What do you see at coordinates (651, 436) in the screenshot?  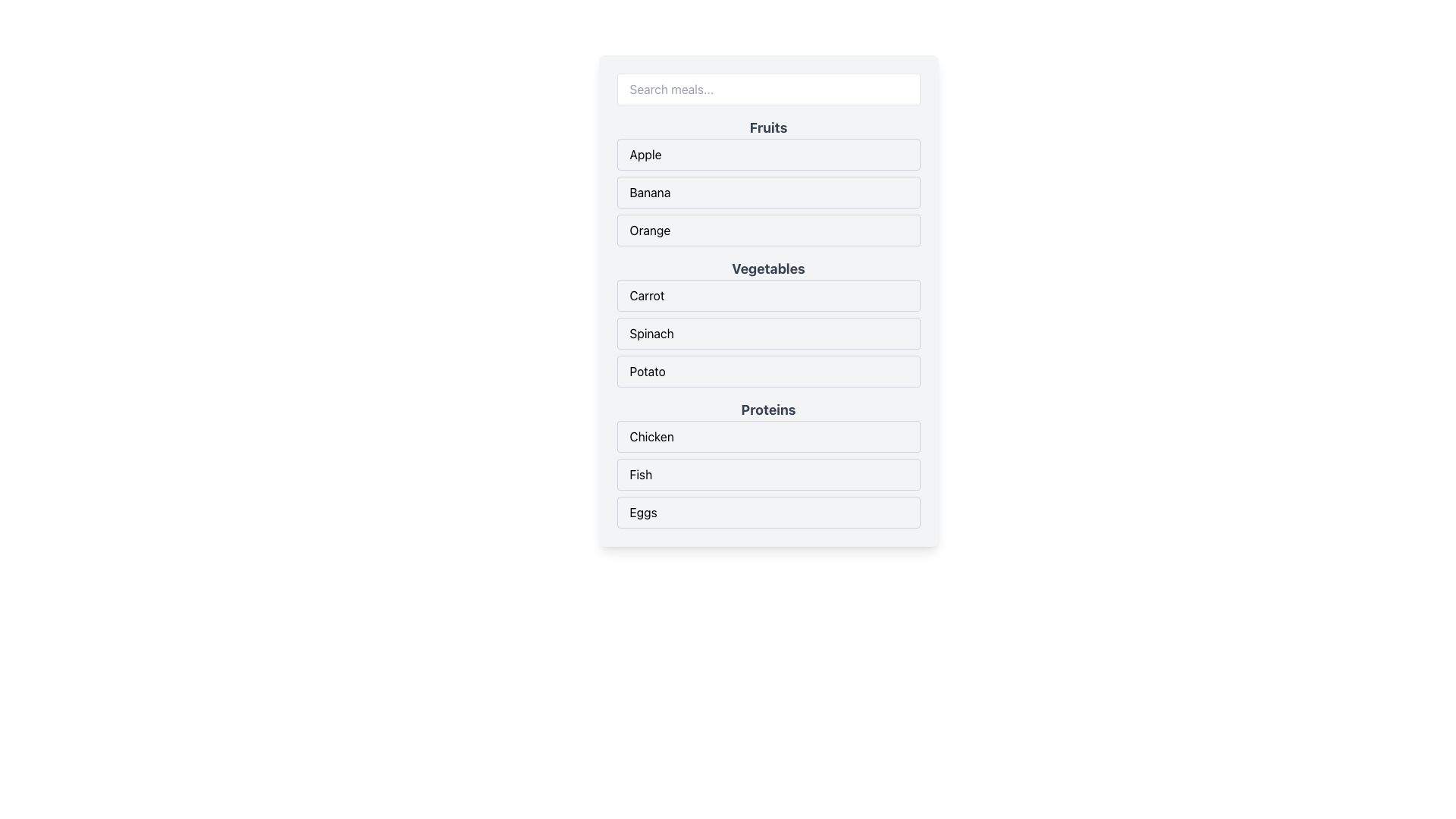 I see `the 'Chicken' text label in the 'Proteins' section` at bounding box center [651, 436].